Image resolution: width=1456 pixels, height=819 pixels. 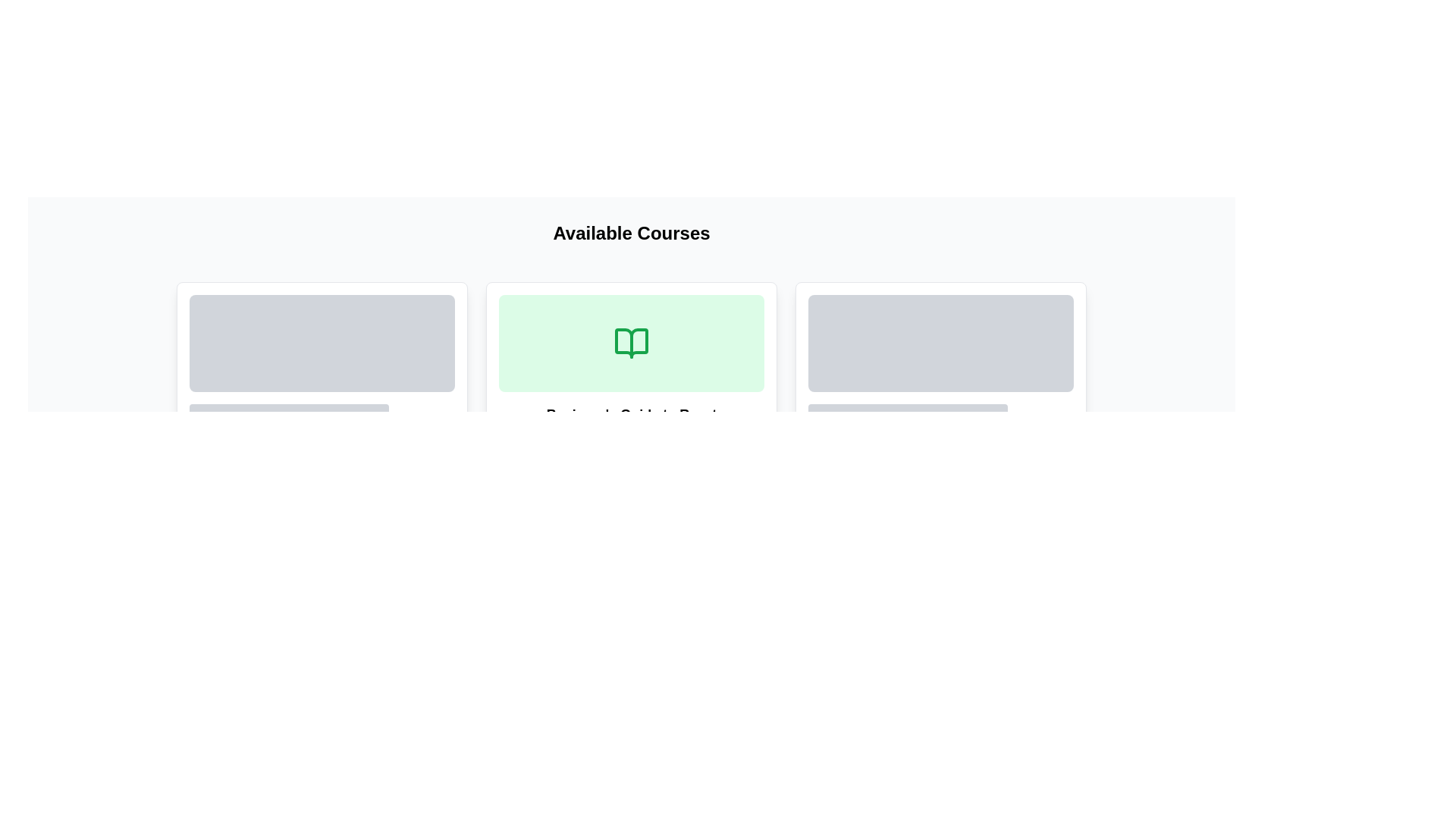 I want to click on the right side of the open book icon in the 'Available Courses' section, which represents course material or a learning resource, so click(x=632, y=343).